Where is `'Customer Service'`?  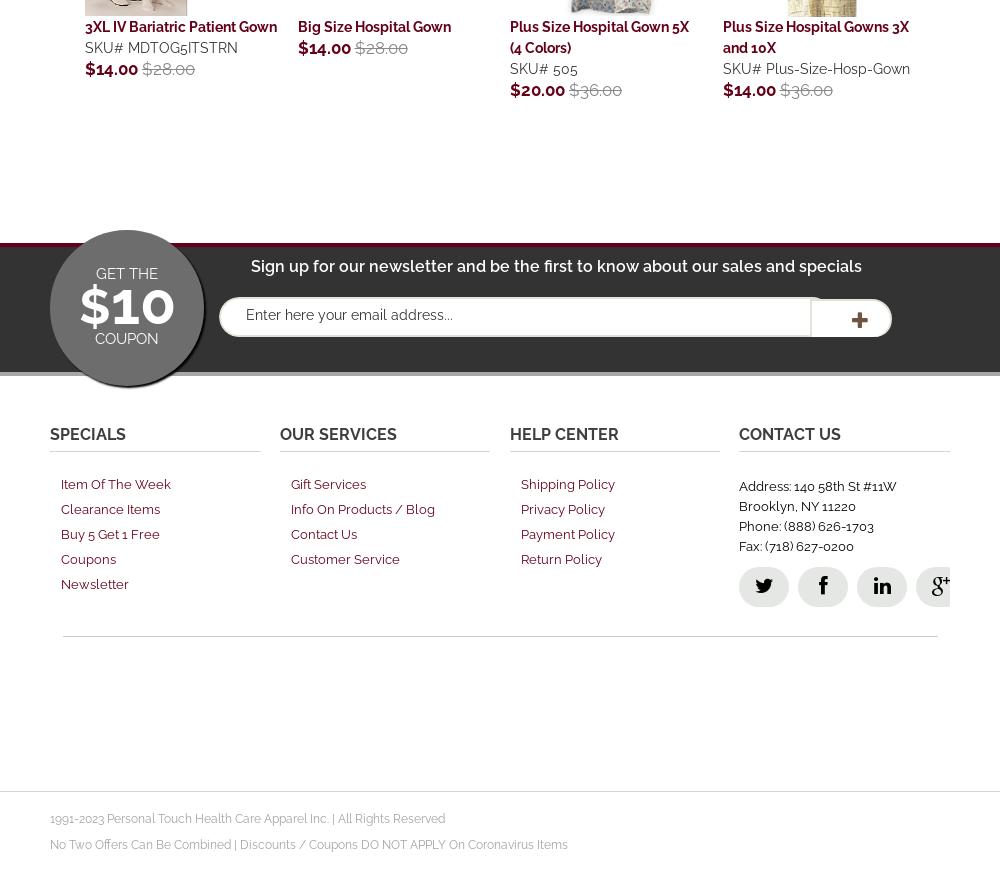
'Customer Service' is located at coordinates (290, 558).